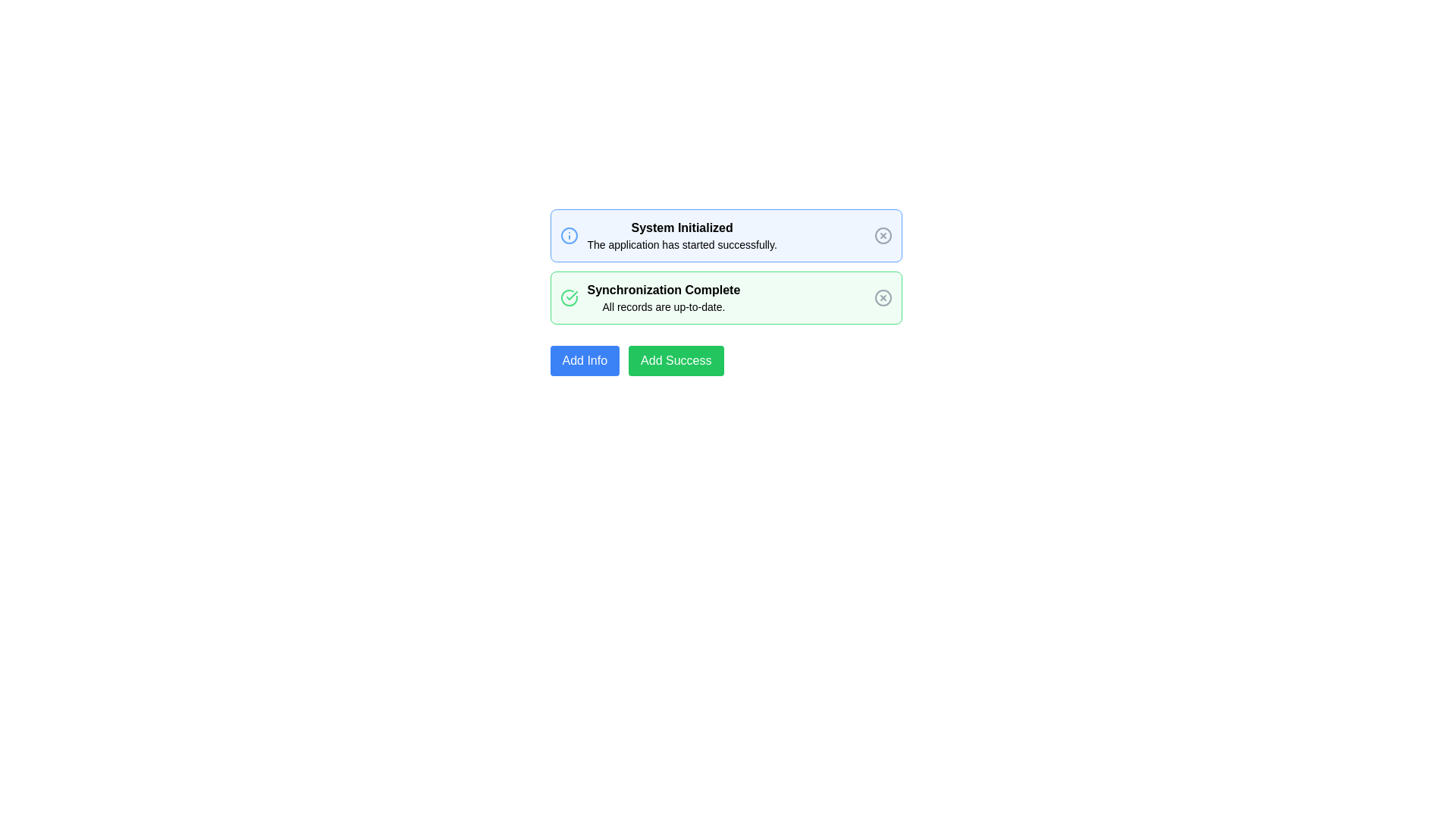 The image size is (1456, 819). Describe the element at coordinates (681, 244) in the screenshot. I see `the static text that conveys the status message indicating the application has been successfully initiated, located beneath the 'System Initialized' header` at that location.